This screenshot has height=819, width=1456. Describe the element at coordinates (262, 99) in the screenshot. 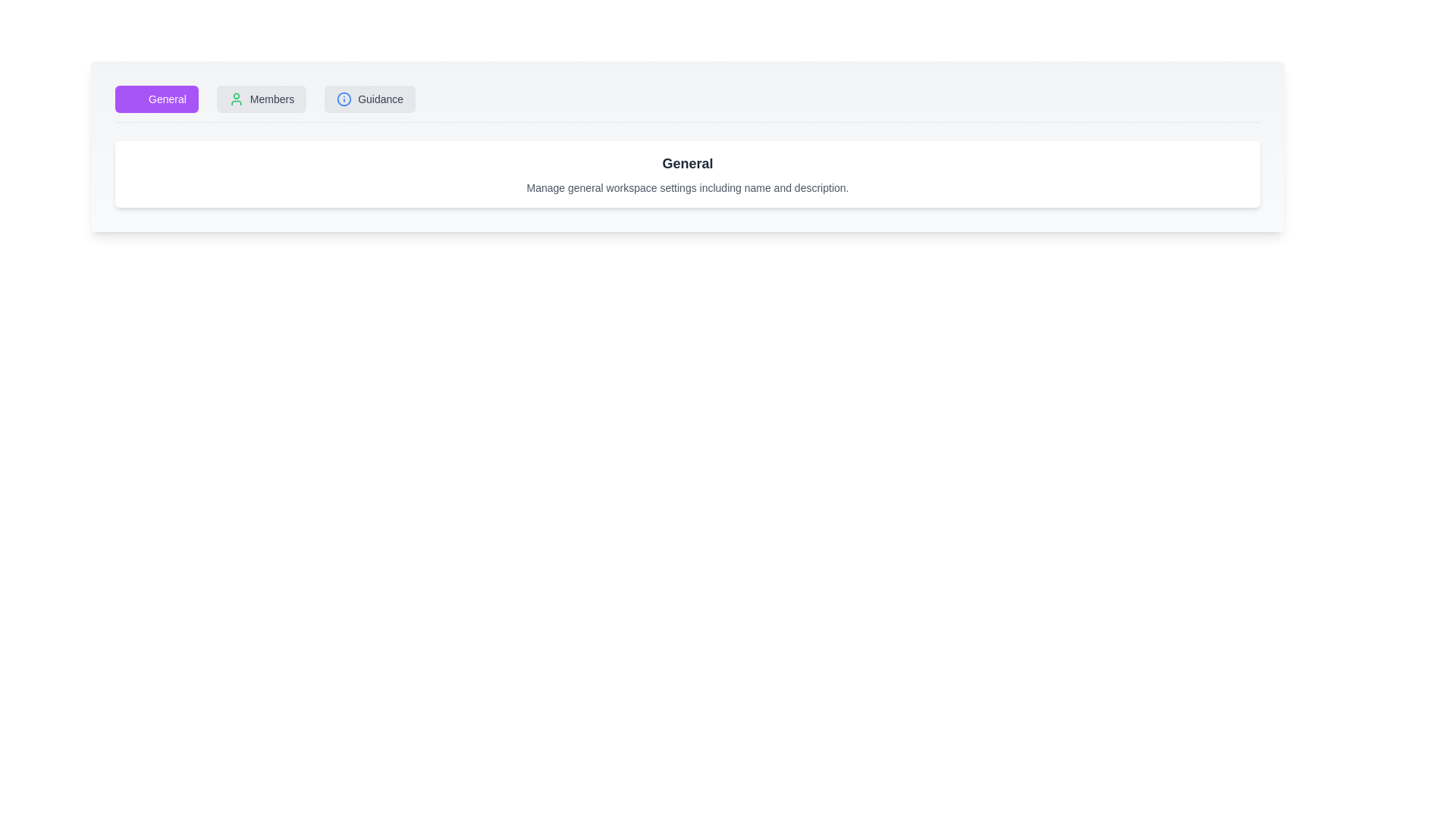

I see `the Members tab to view its content` at that location.